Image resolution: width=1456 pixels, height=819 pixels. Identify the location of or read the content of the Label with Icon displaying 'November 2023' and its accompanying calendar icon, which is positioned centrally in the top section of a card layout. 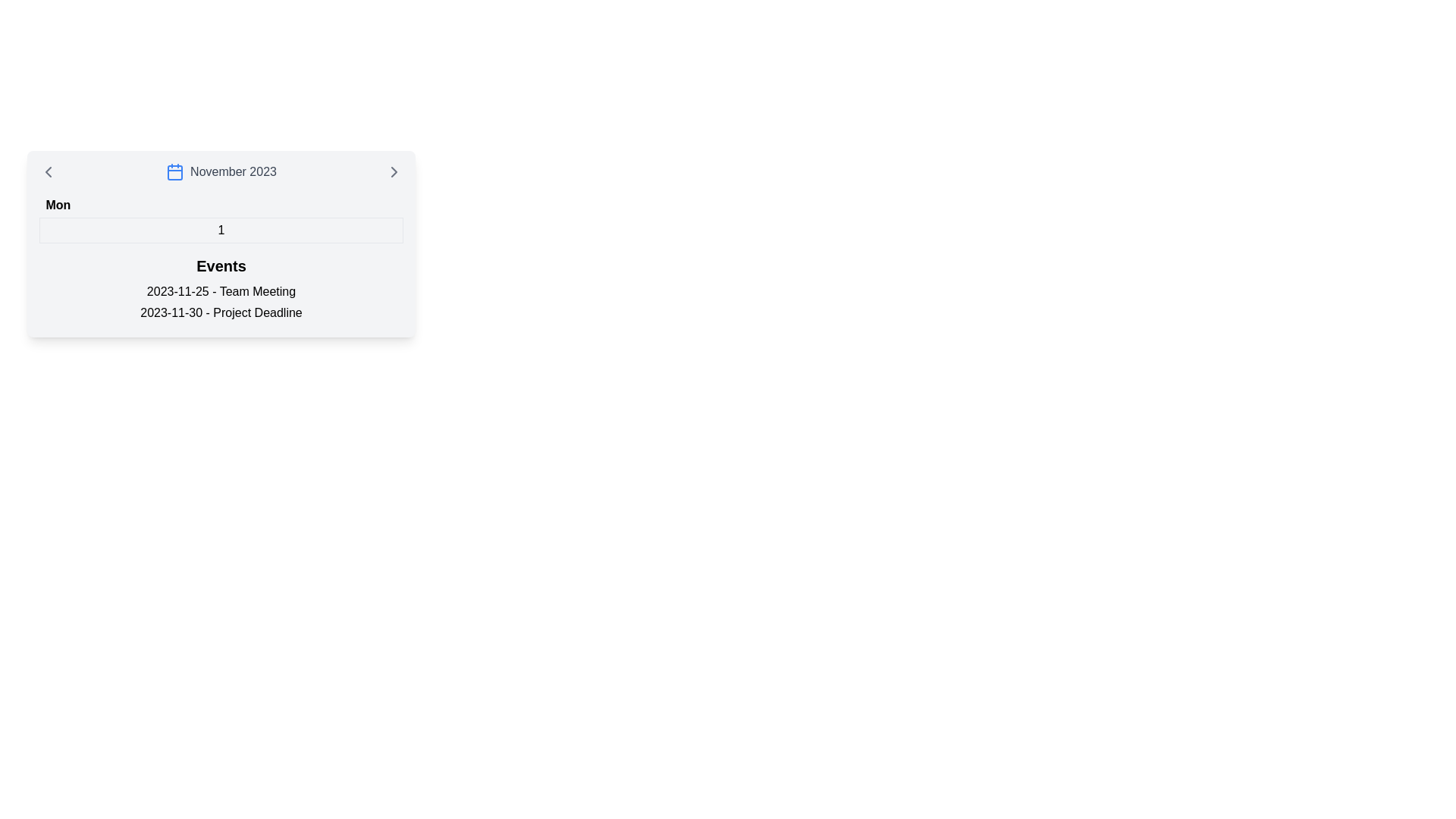
(221, 171).